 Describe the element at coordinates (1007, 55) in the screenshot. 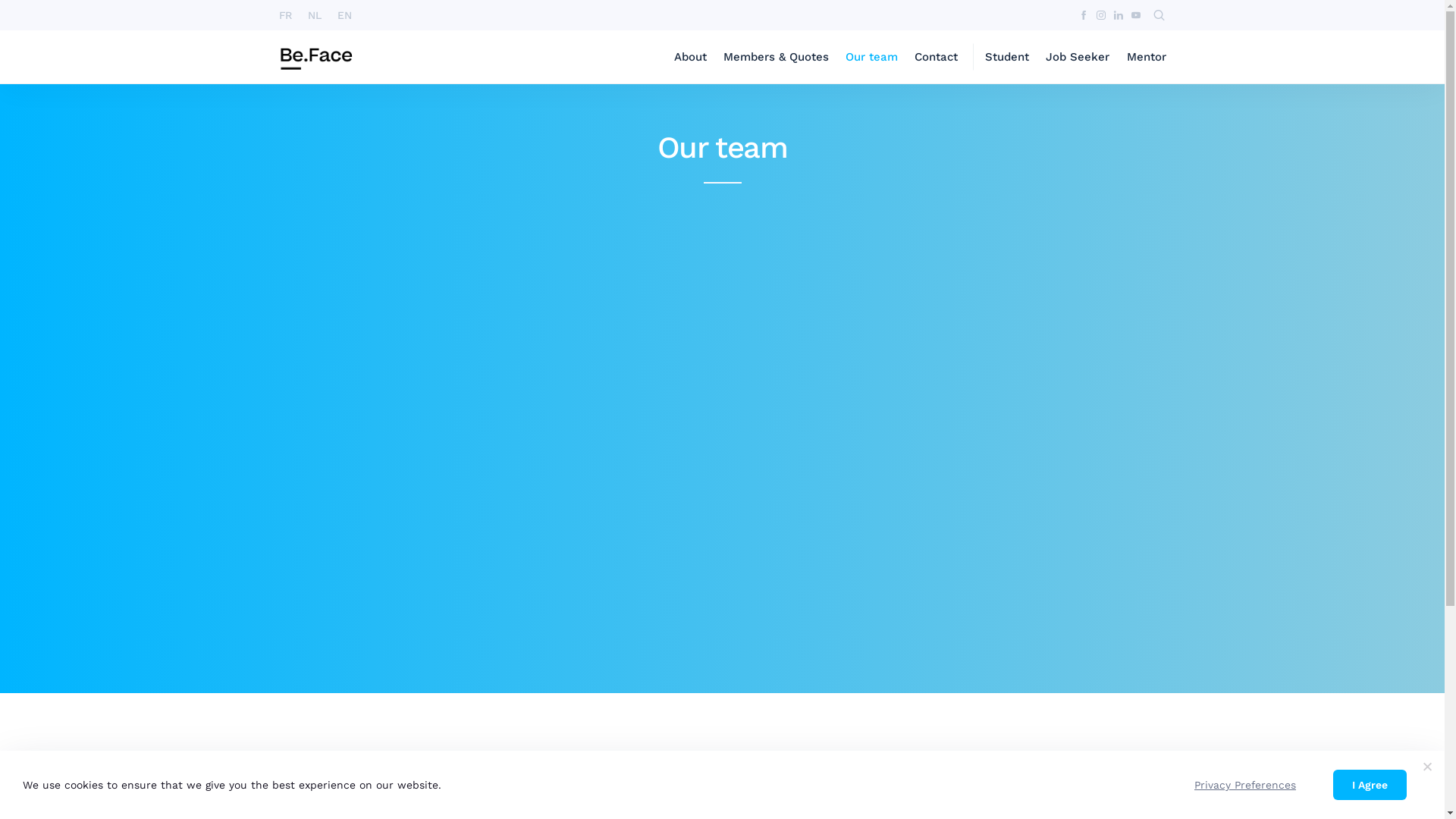

I see `'Student'` at that location.